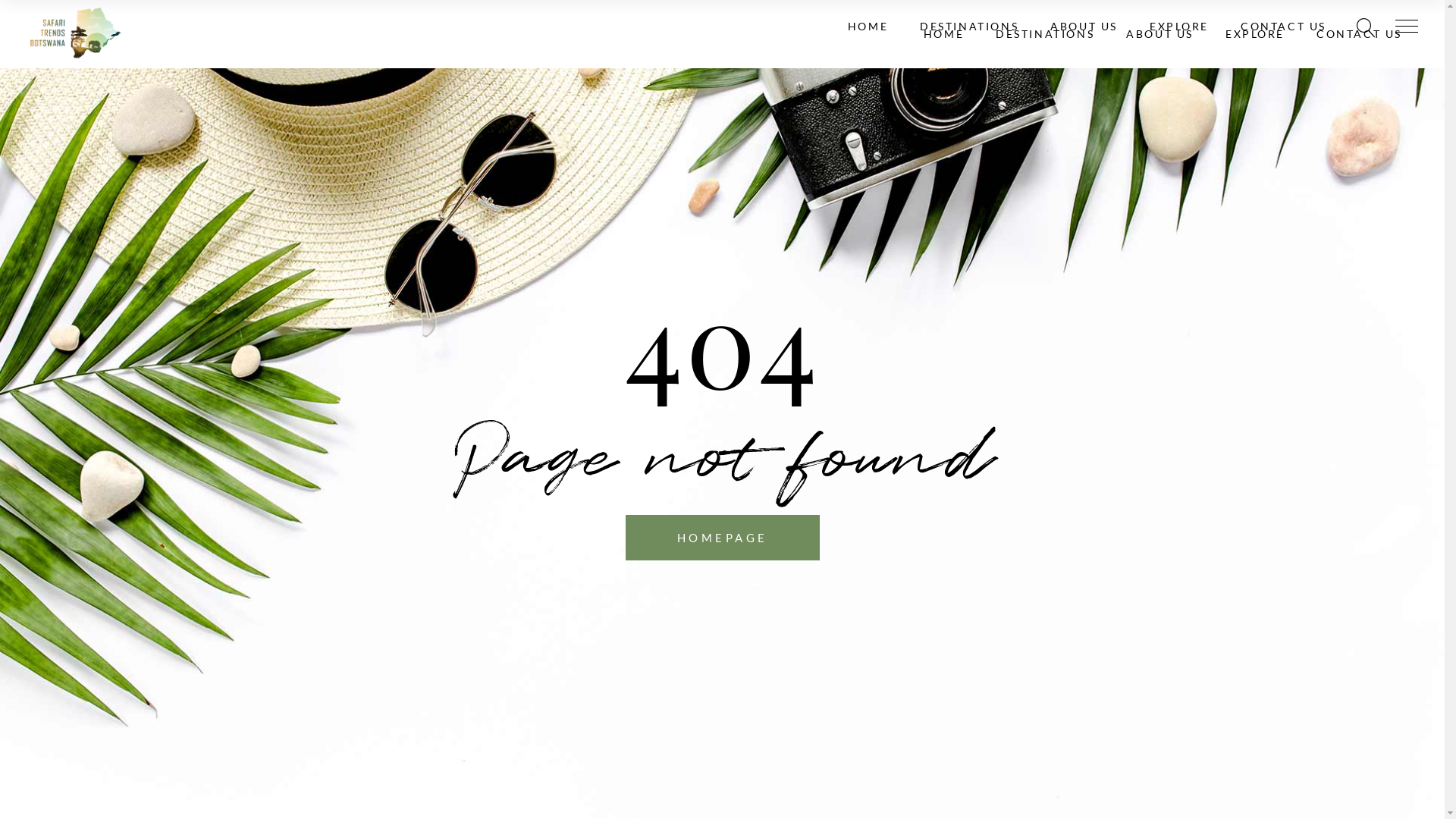  Describe the element at coordinates (720, 536) in the screenshot. I see `'HOMEPAGE'` at that location.